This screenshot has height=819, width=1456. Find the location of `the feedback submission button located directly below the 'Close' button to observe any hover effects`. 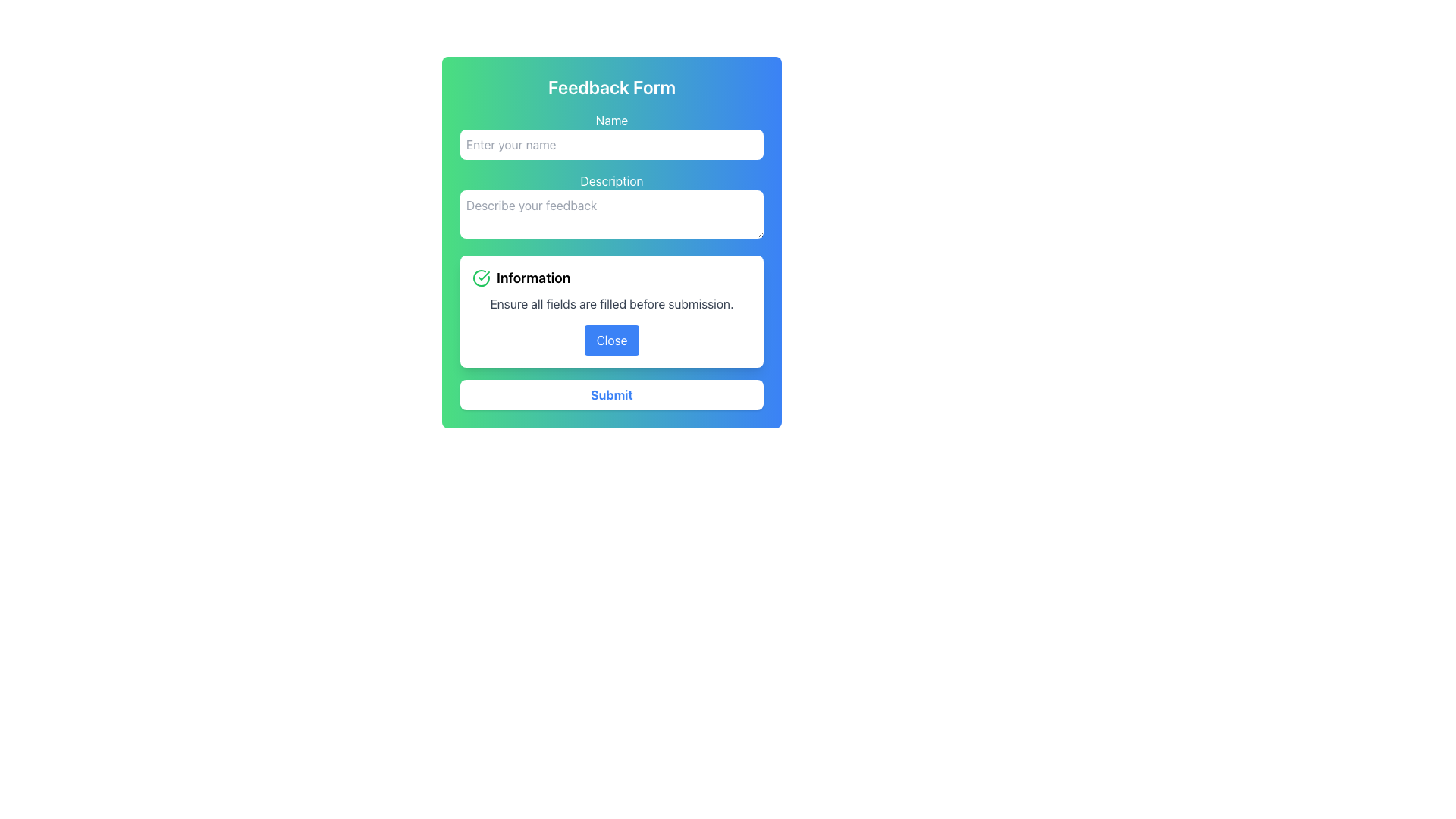

the feedback submission button located directly below the 'Close' button to observe any hover effects is located at coordinates (611, 394).